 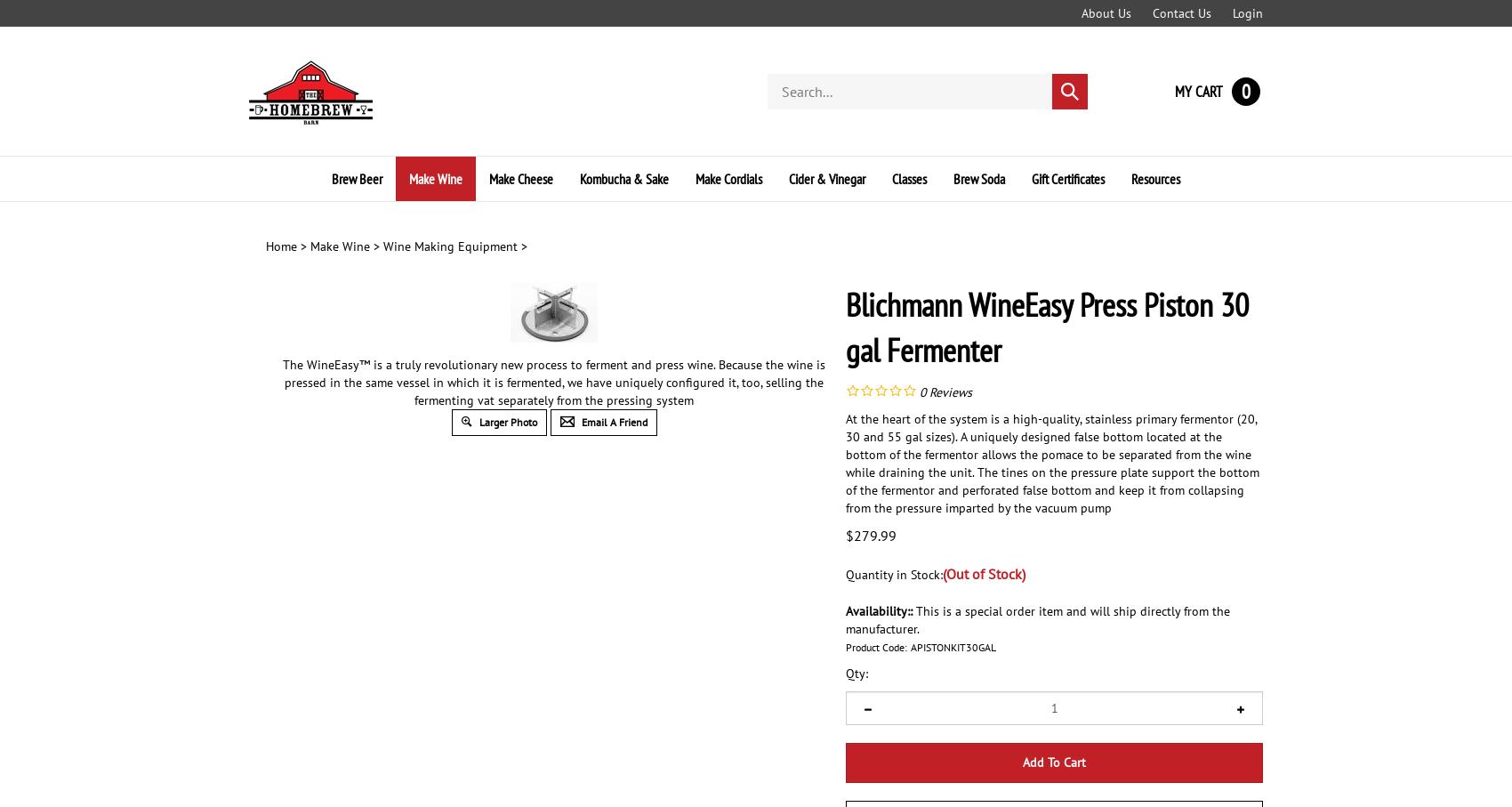 What do you see at coordinates (695, 177) in the screenshot?
I see `'Make Cordials'` at bounding box center [695, 177].